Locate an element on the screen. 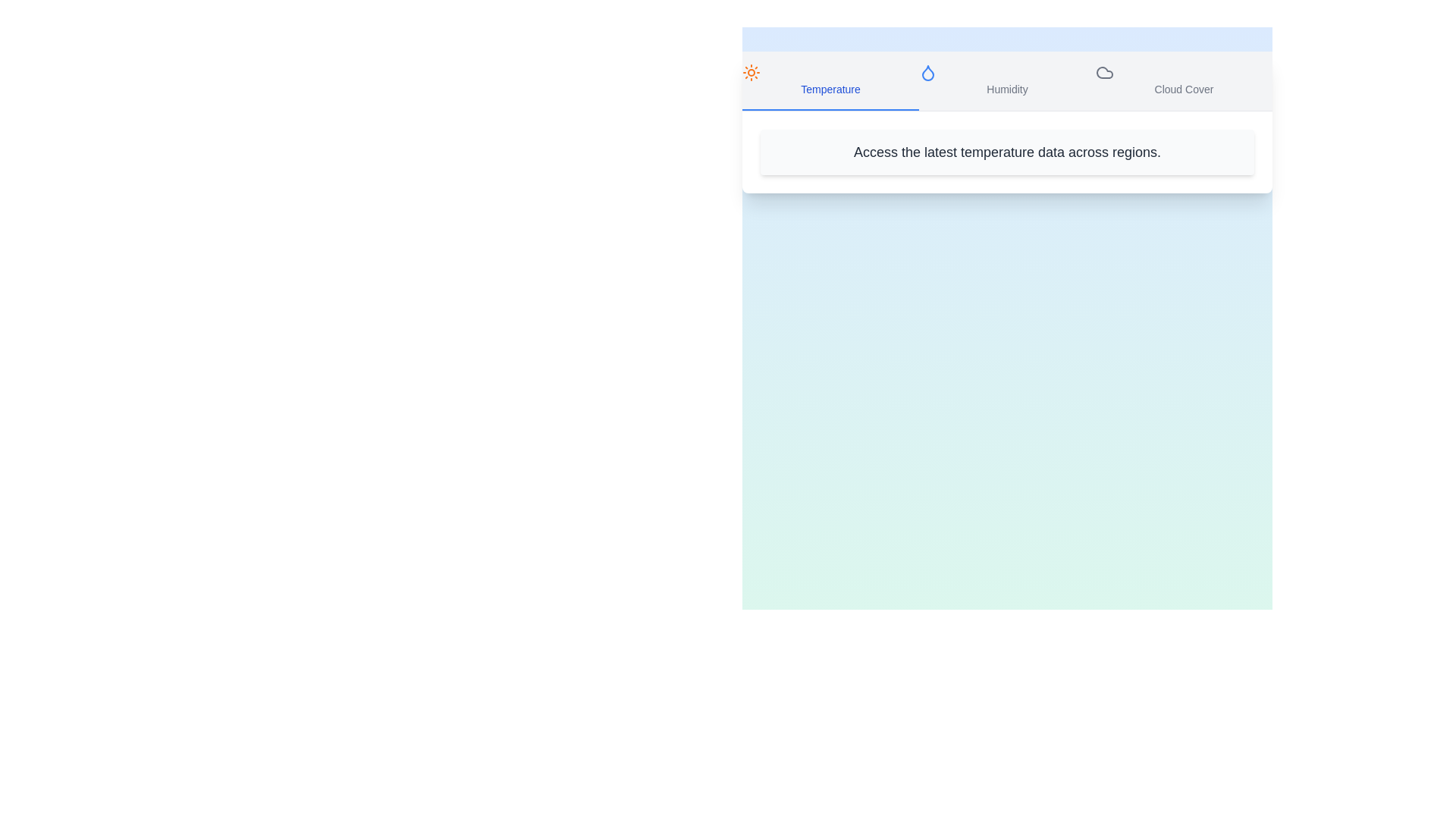 The height and width of the screenshot is (819, 1456). the tab labeled Temperature is located at coordinates (830, 81).